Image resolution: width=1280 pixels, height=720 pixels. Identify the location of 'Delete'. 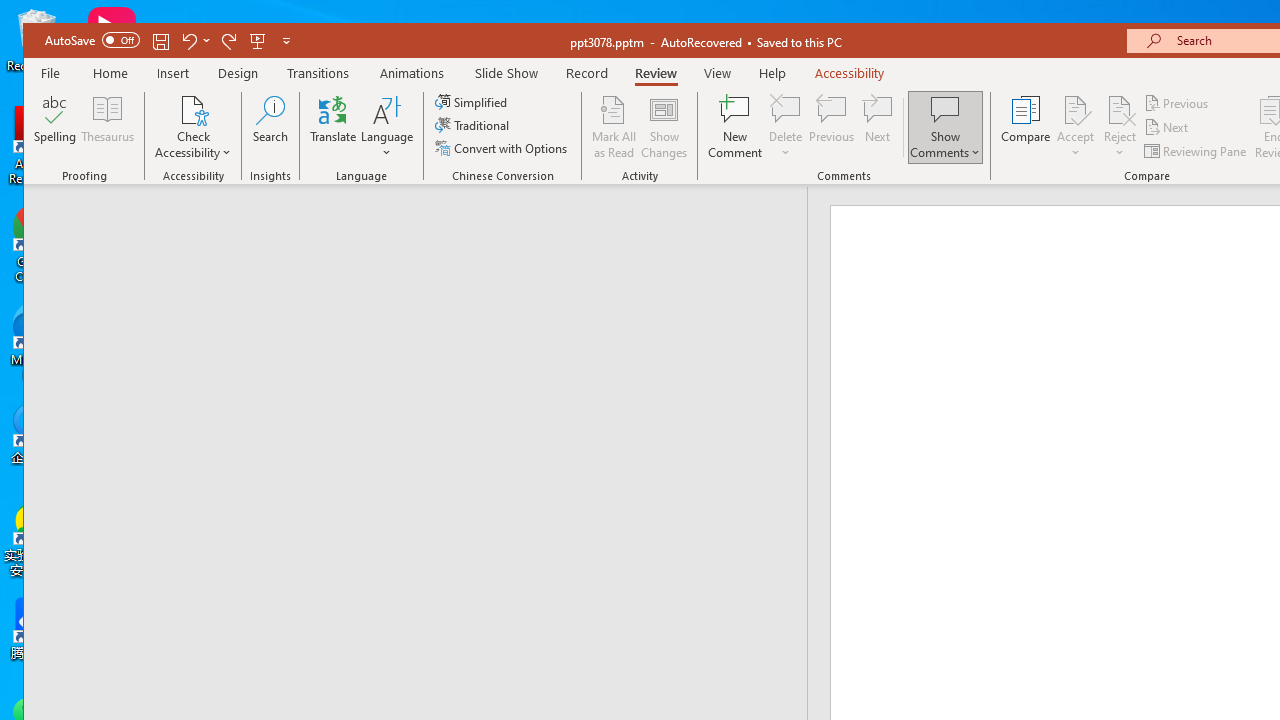
(784, 127).